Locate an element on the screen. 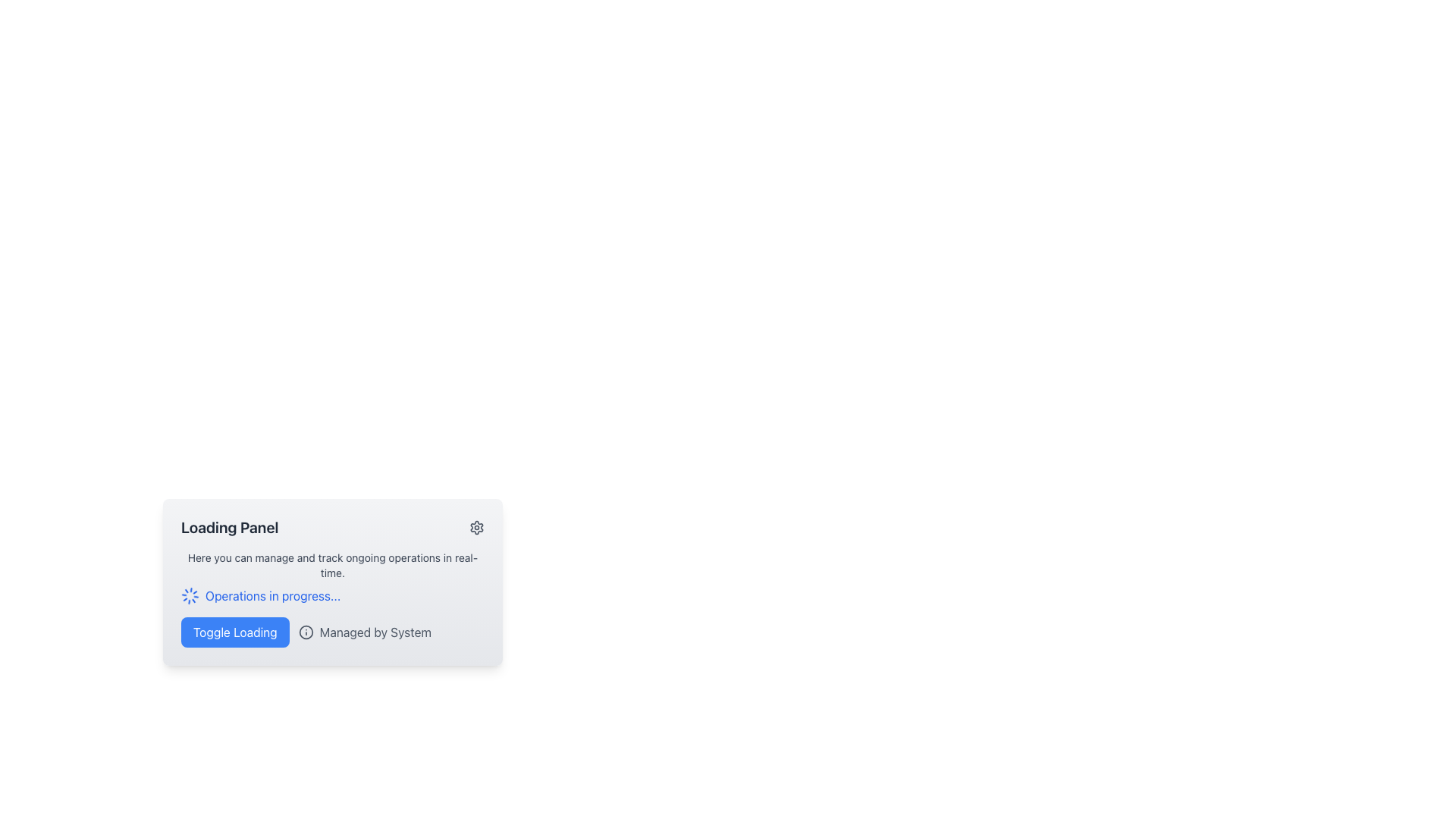  the text 'Managed by System' which is located to the right of the 'Toggle Loading' button and accompanied by an information icon is located at coordinates (365, 632).